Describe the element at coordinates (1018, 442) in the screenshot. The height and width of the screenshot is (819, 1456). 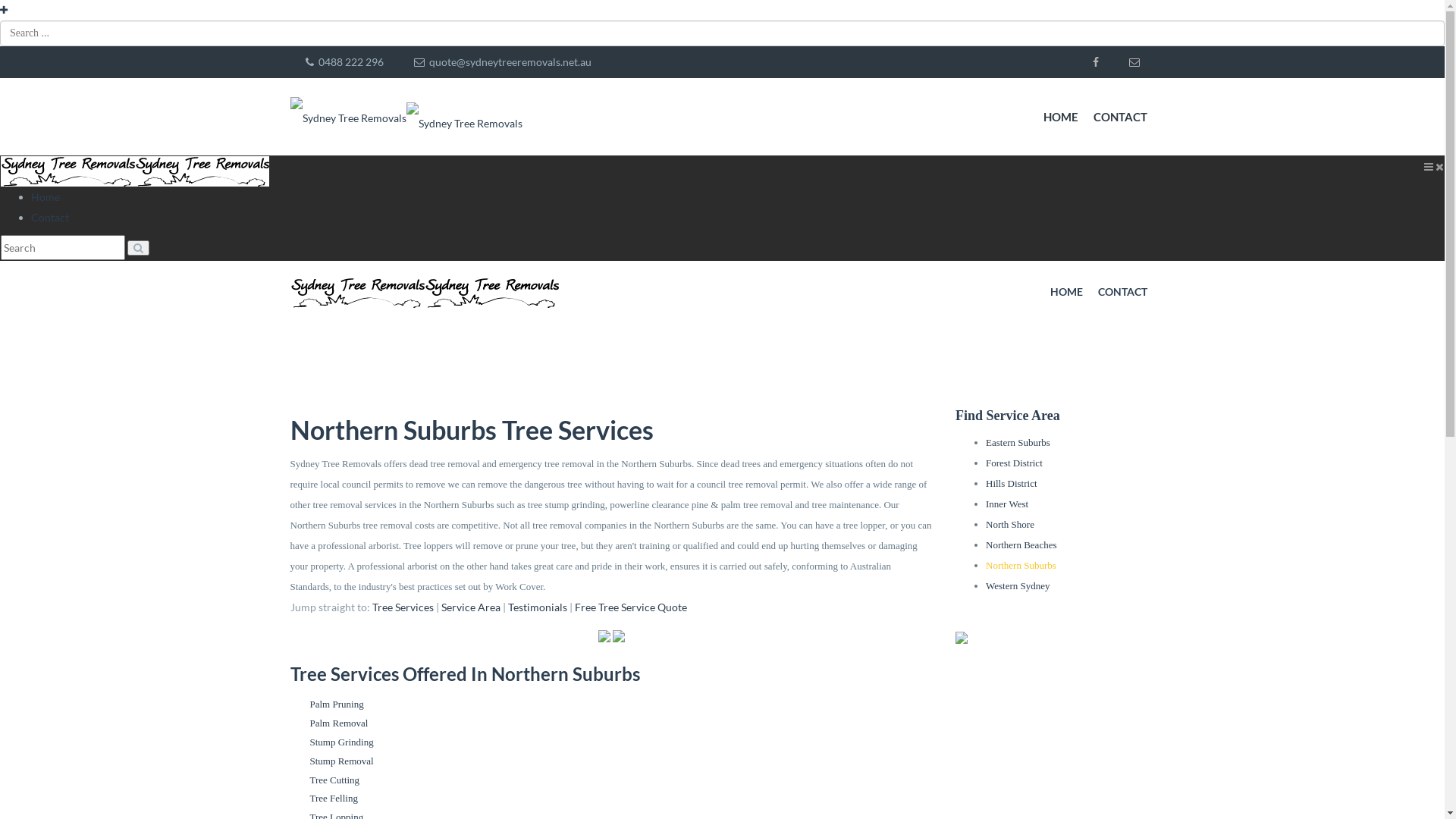
I see `'Eastern Suburbs'` at that location.